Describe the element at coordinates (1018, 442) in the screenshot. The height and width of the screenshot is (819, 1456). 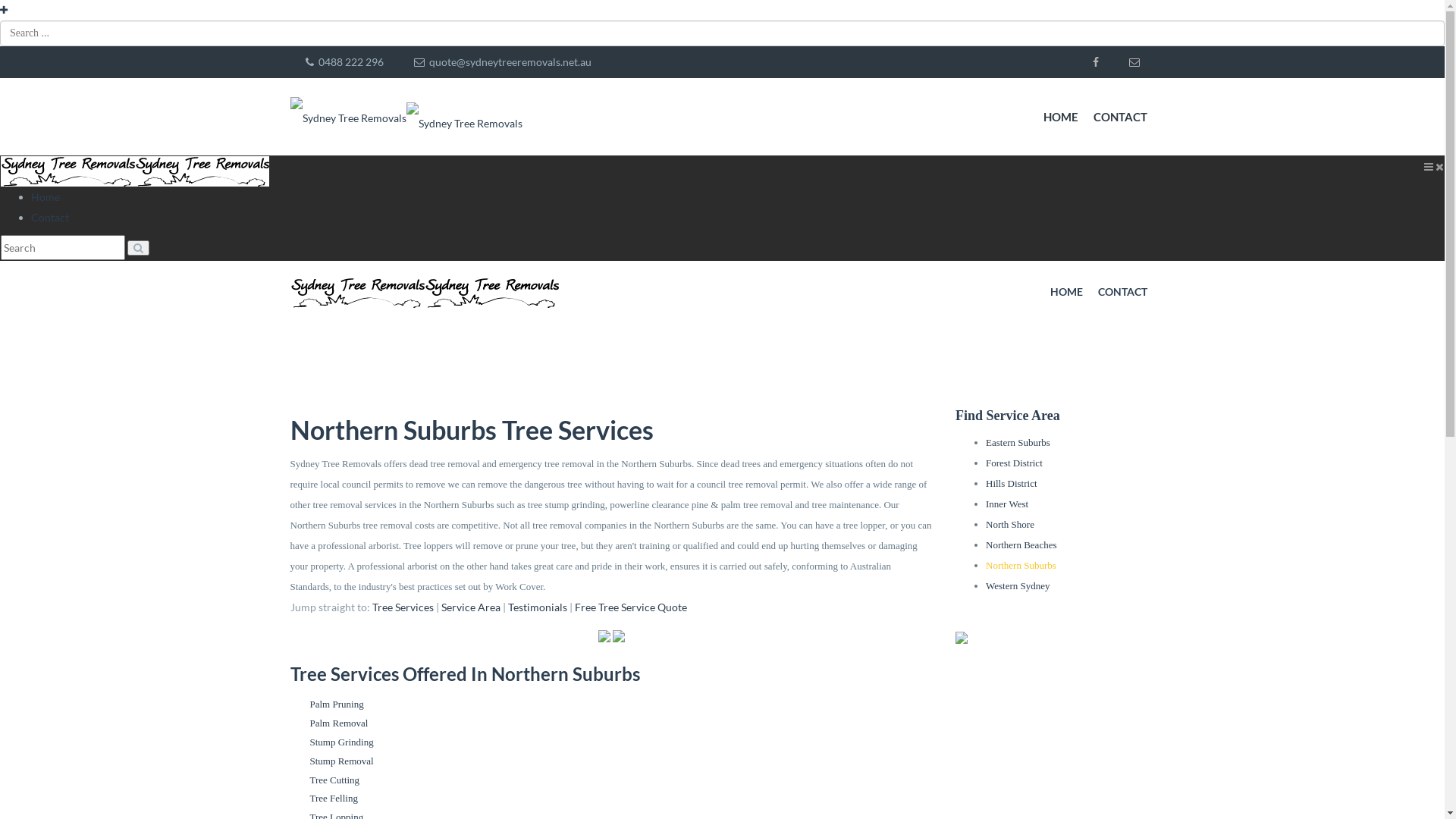
I see `'Eastern Suburbs'` at that location.